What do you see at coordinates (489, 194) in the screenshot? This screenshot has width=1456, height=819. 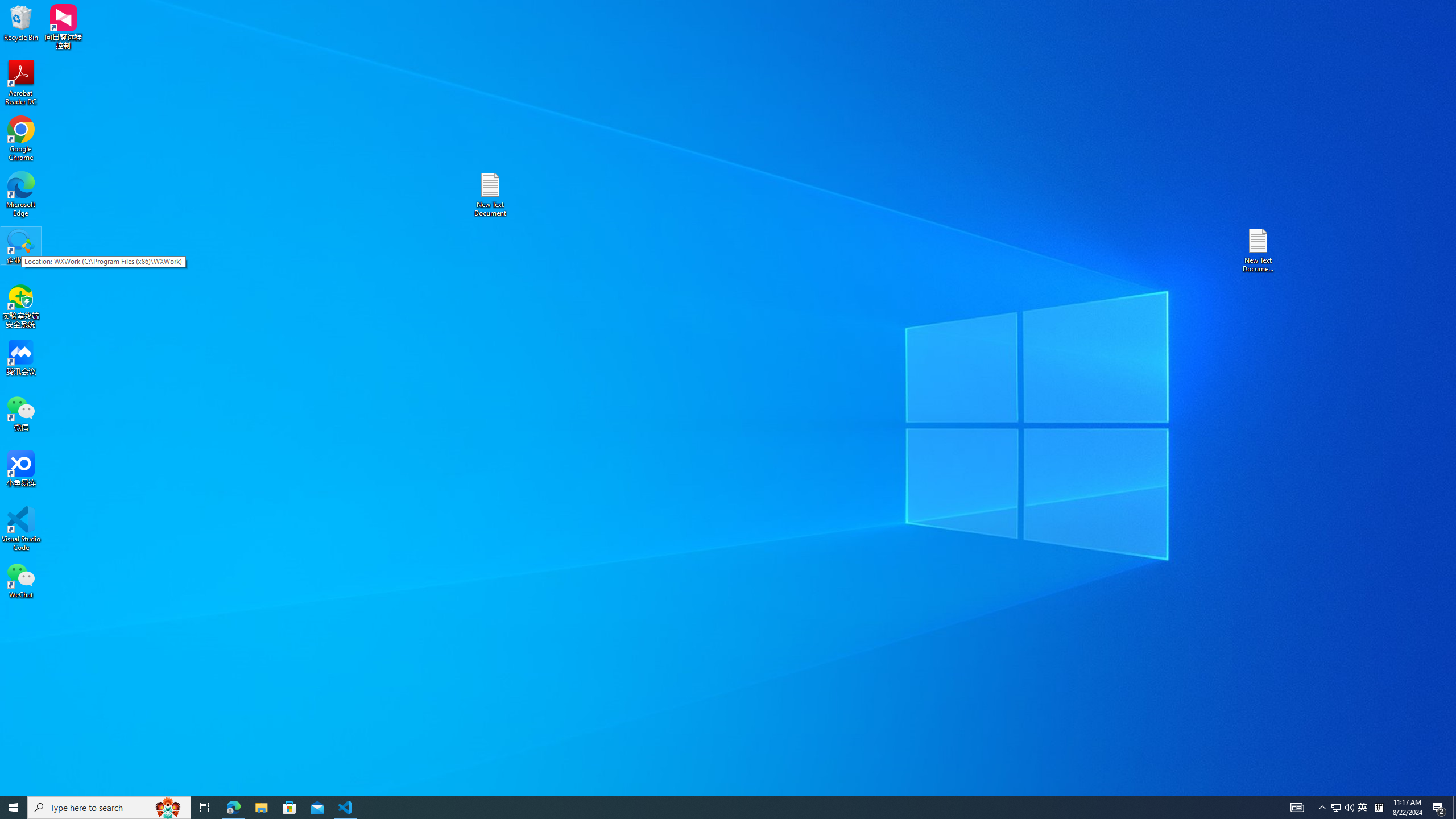 I see `'New Text Document'` at bounding box center [489, 194].